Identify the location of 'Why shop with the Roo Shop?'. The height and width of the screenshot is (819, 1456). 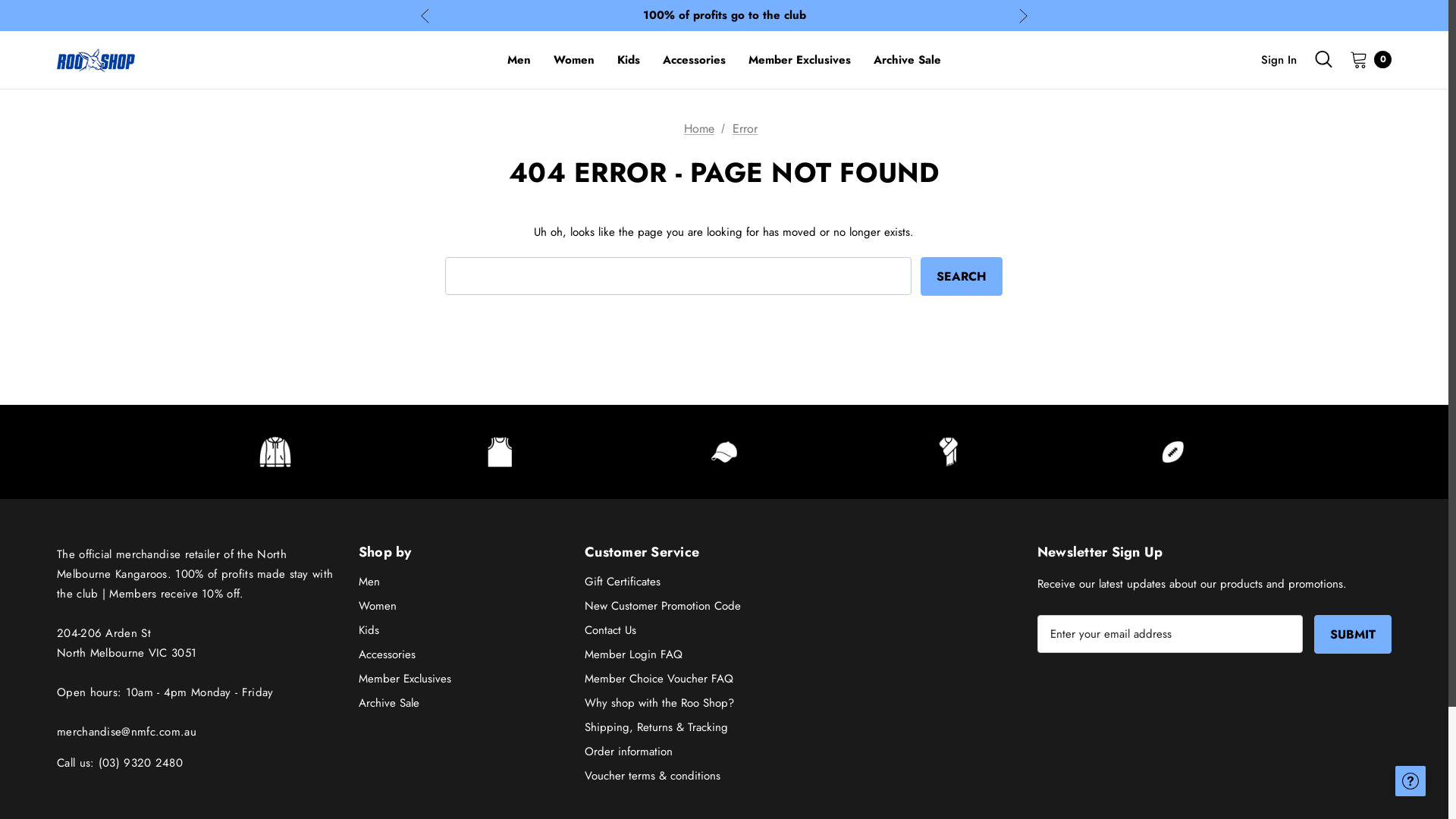
(659, 702).